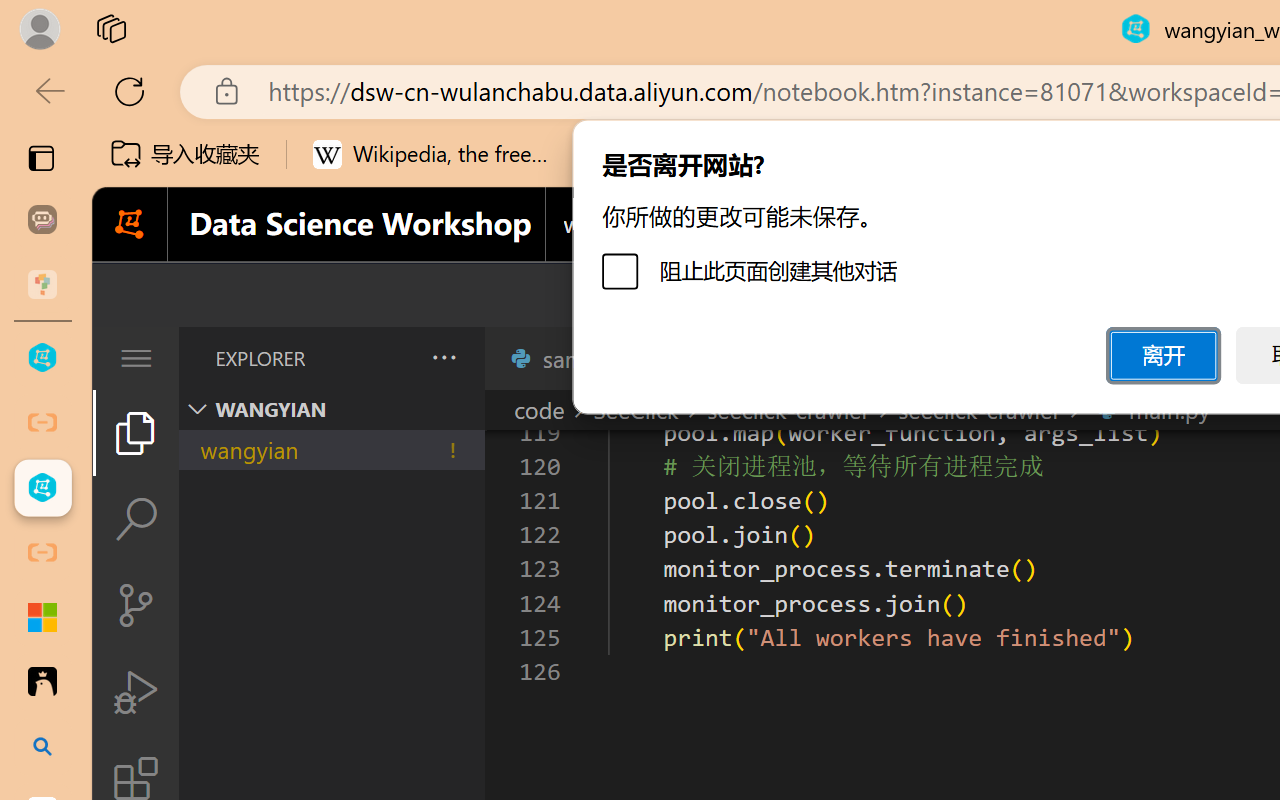  What do you see at coordinates (134, 692) in the screenshot?
I see `'Run and Debug (Ctrl+Shift+D)'` at bounding box center [134, 692].